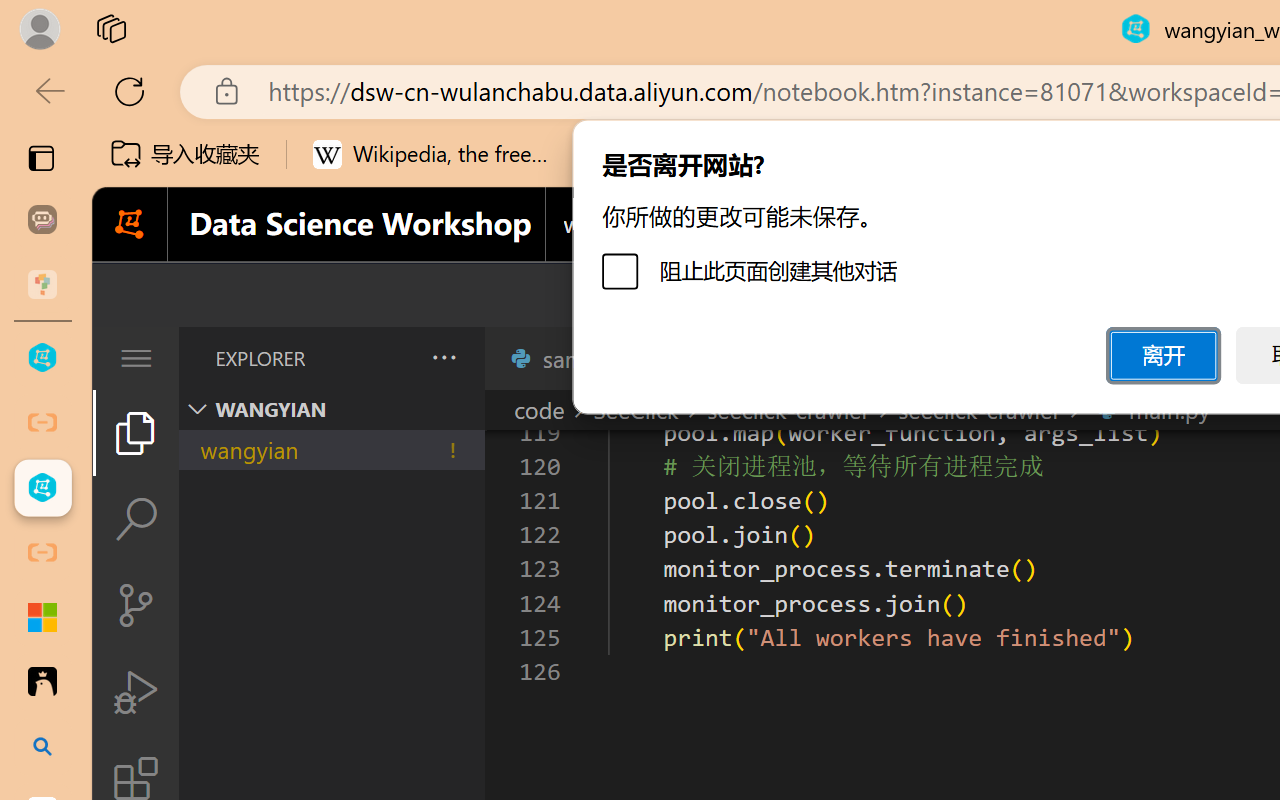  What do you see at coordinates (134, 692) in the screenshot?
I see `'Run and Debug (Ctrl+Shift+D)'` at bounding box center [134, 692].